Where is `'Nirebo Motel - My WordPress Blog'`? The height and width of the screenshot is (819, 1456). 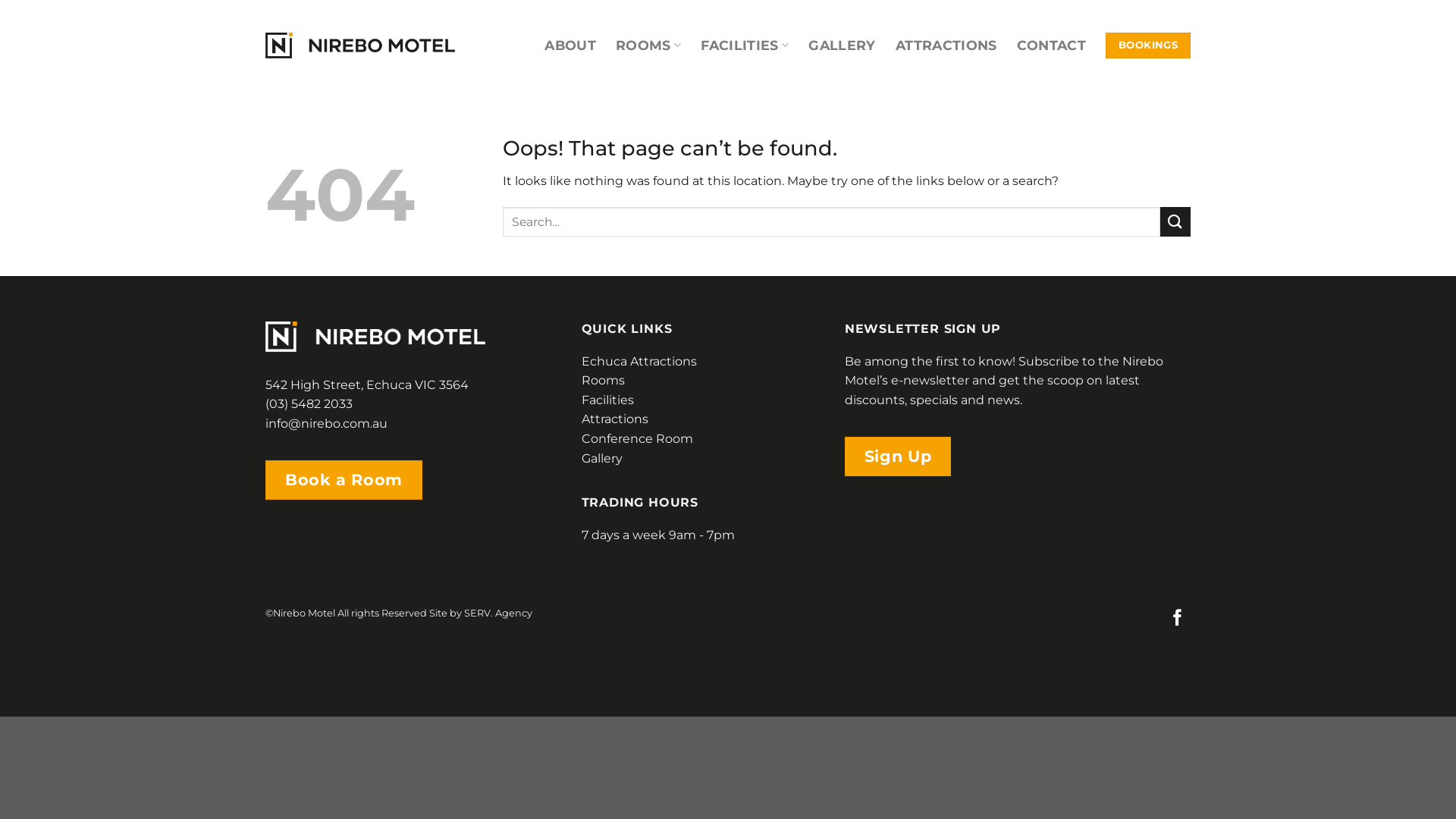 'Nirebo Motel - My WordPress Blog' is located at coordinates (359, 45).